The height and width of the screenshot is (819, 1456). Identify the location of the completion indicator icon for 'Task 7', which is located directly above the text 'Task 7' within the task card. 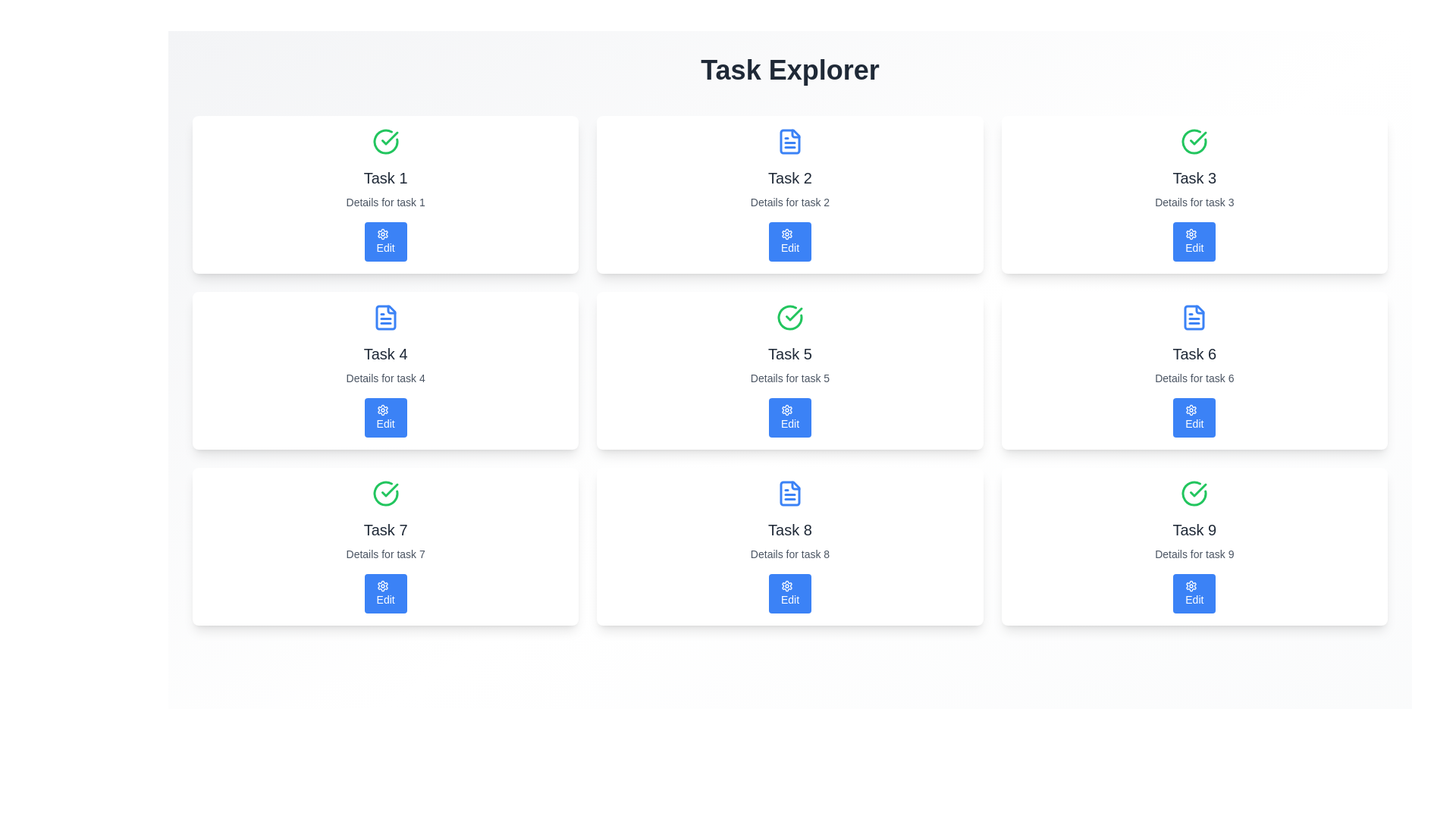
(385, 494).